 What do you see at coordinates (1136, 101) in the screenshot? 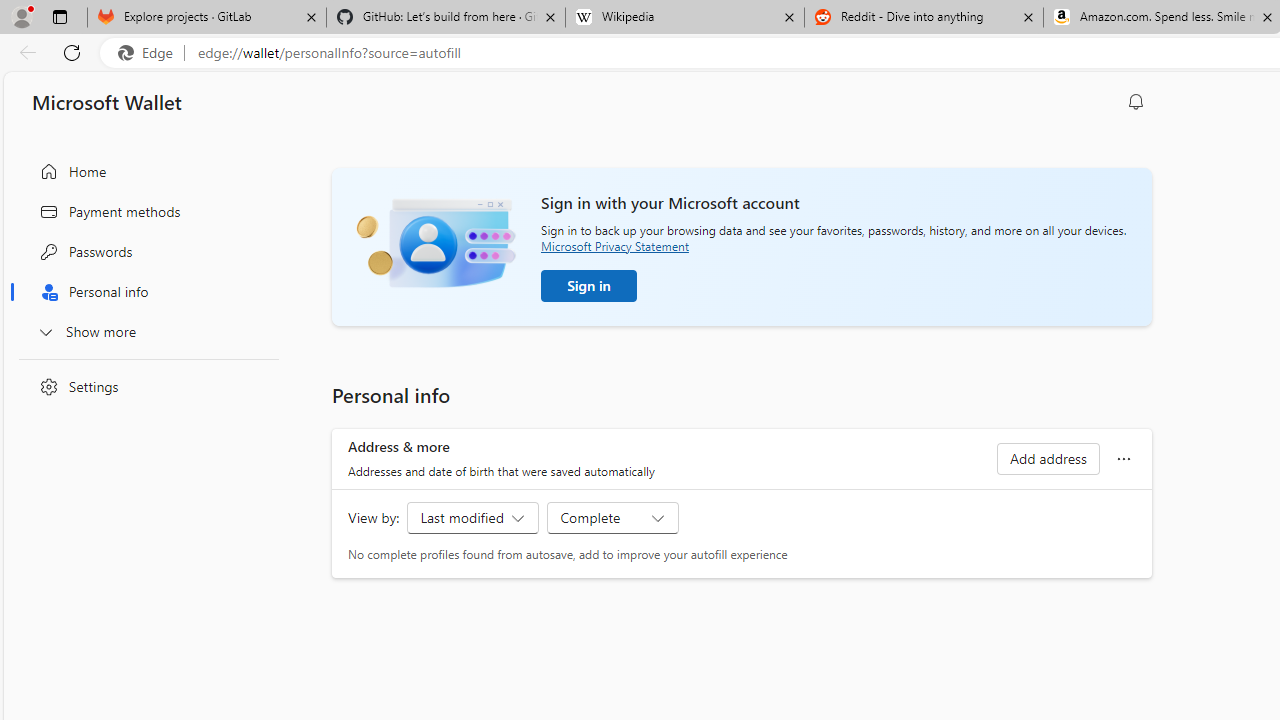
I see `'Notification'` at bounding box center [1136, 101].